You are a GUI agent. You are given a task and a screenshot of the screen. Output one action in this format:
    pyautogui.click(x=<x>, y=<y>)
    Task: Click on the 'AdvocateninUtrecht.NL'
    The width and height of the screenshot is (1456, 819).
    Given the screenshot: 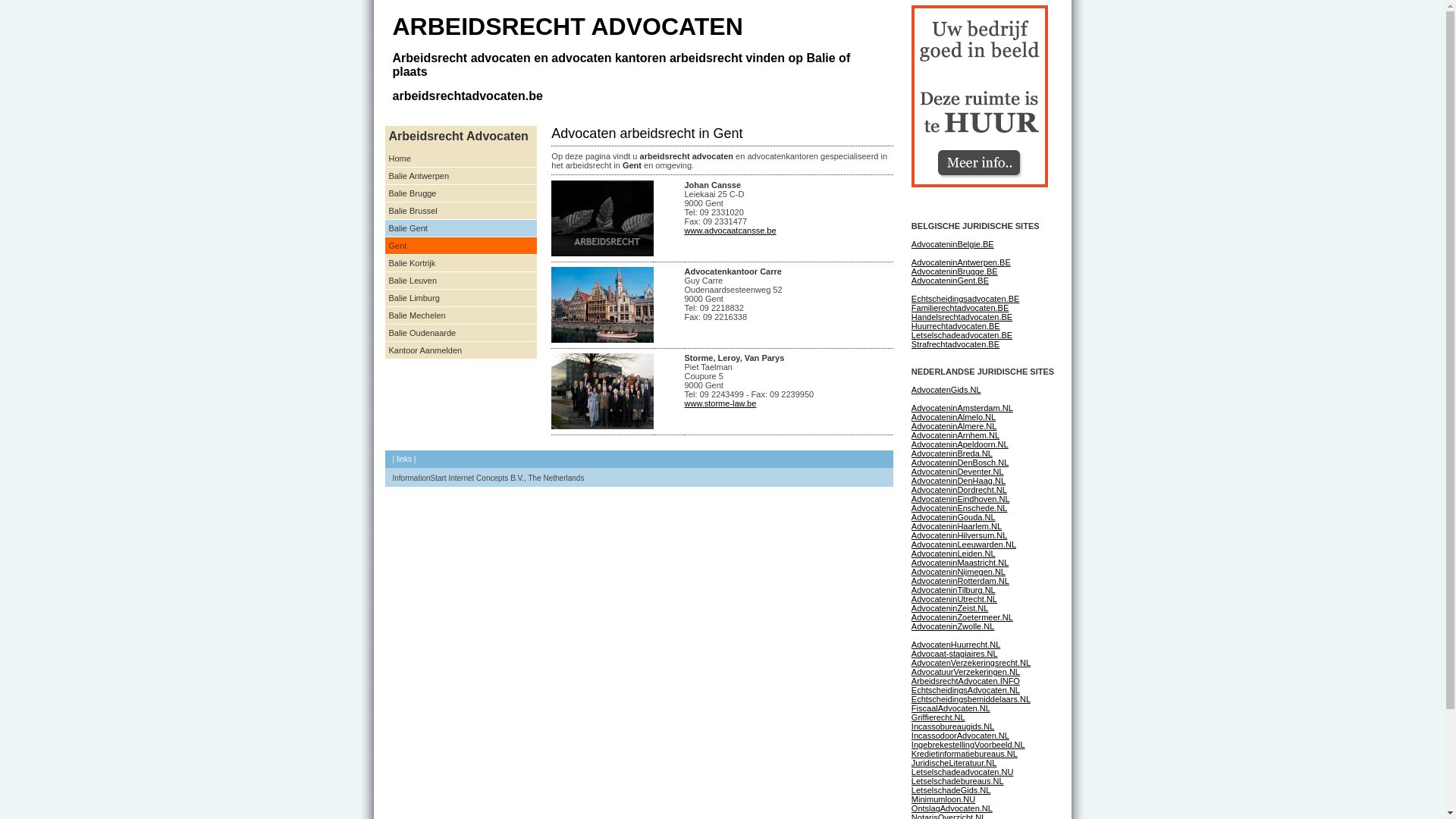 What is the action you would take?
    pyautogui.click(x=910, y=598)
    